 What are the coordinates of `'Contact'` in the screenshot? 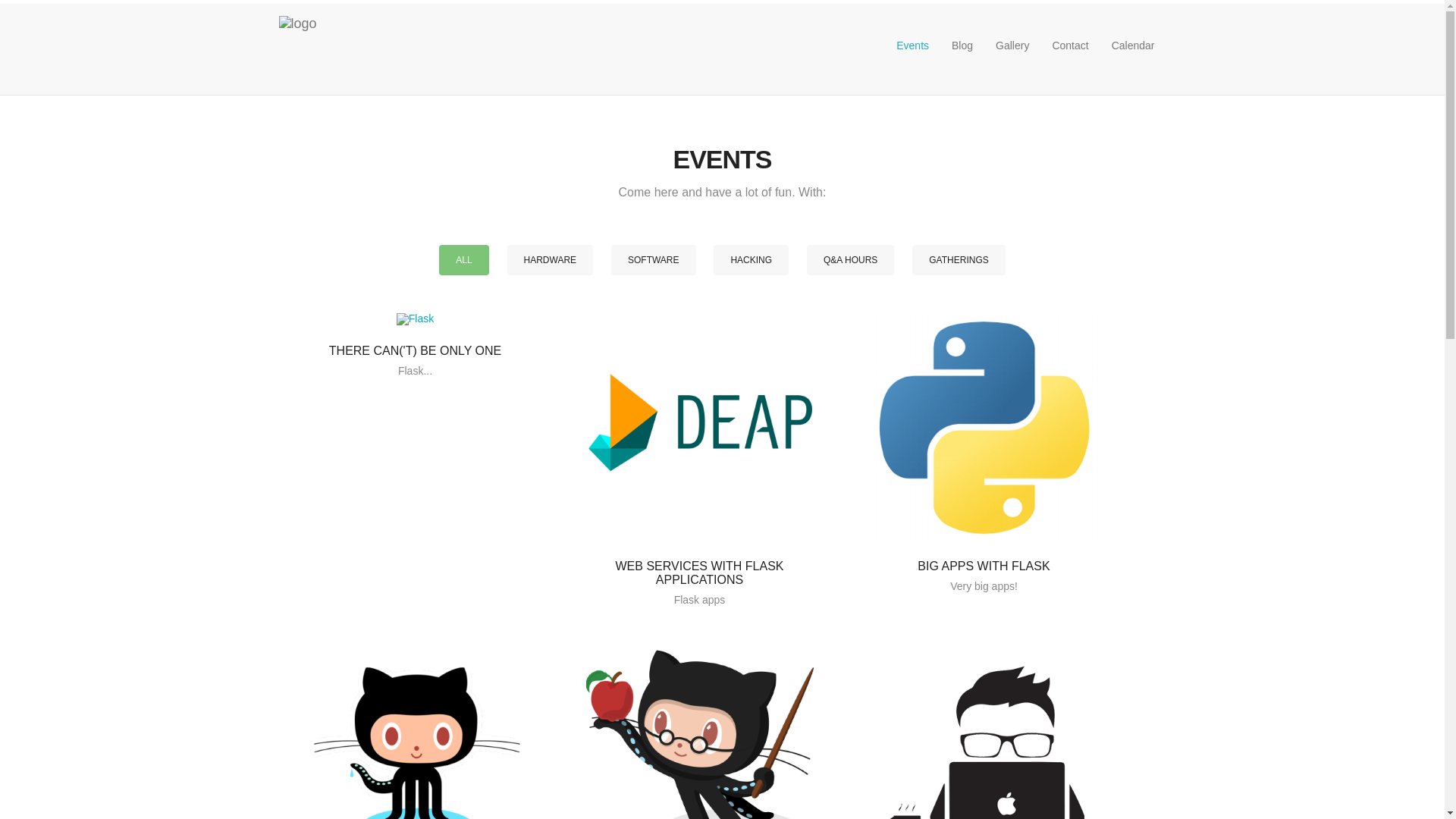 It's located at (1069, 45).